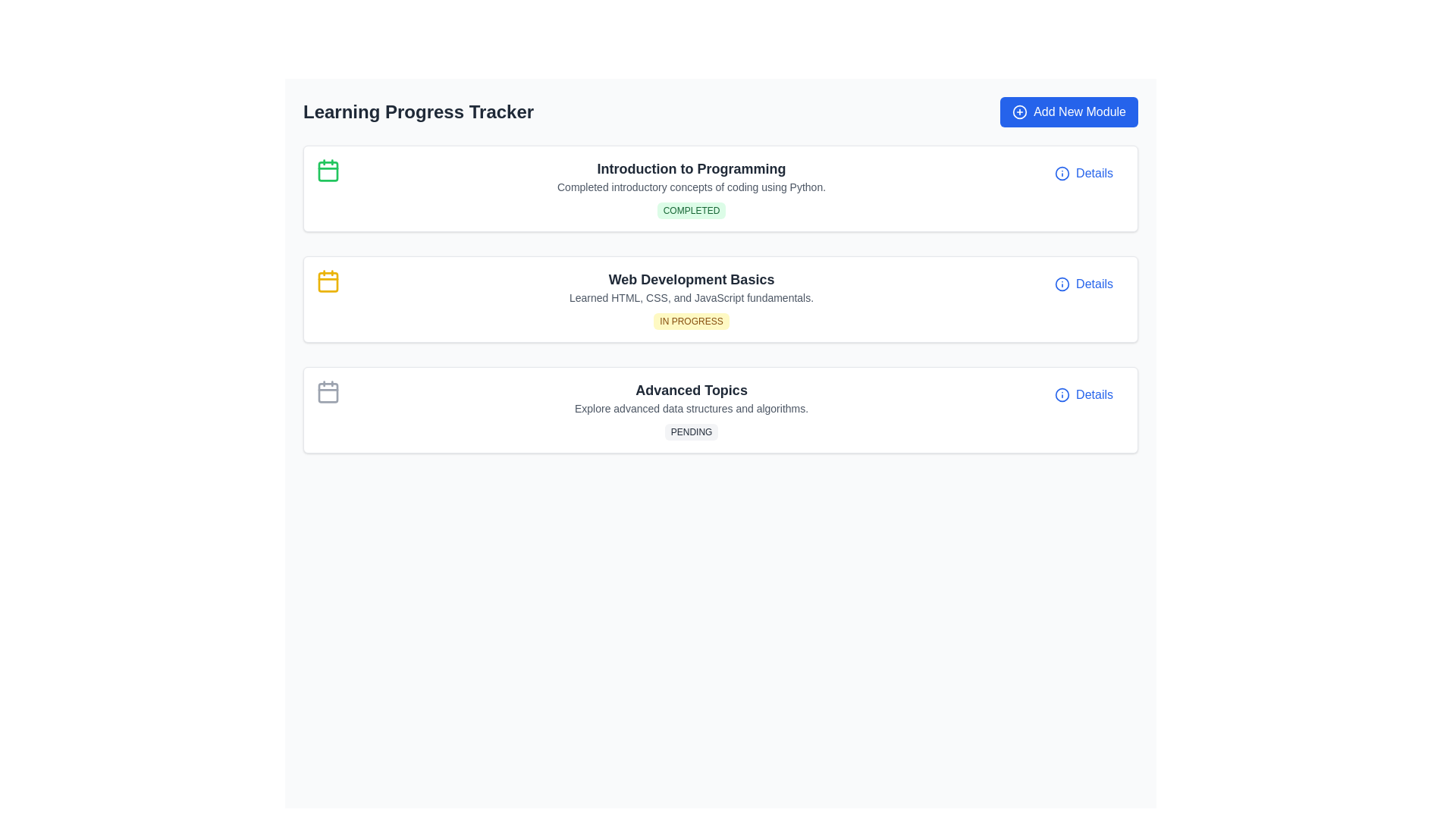  Describe the element at coordinates (1062, 172) in the screenshot. I see `the icon located to the left of the 'Details' label, which provides more information about the related module` at that location.